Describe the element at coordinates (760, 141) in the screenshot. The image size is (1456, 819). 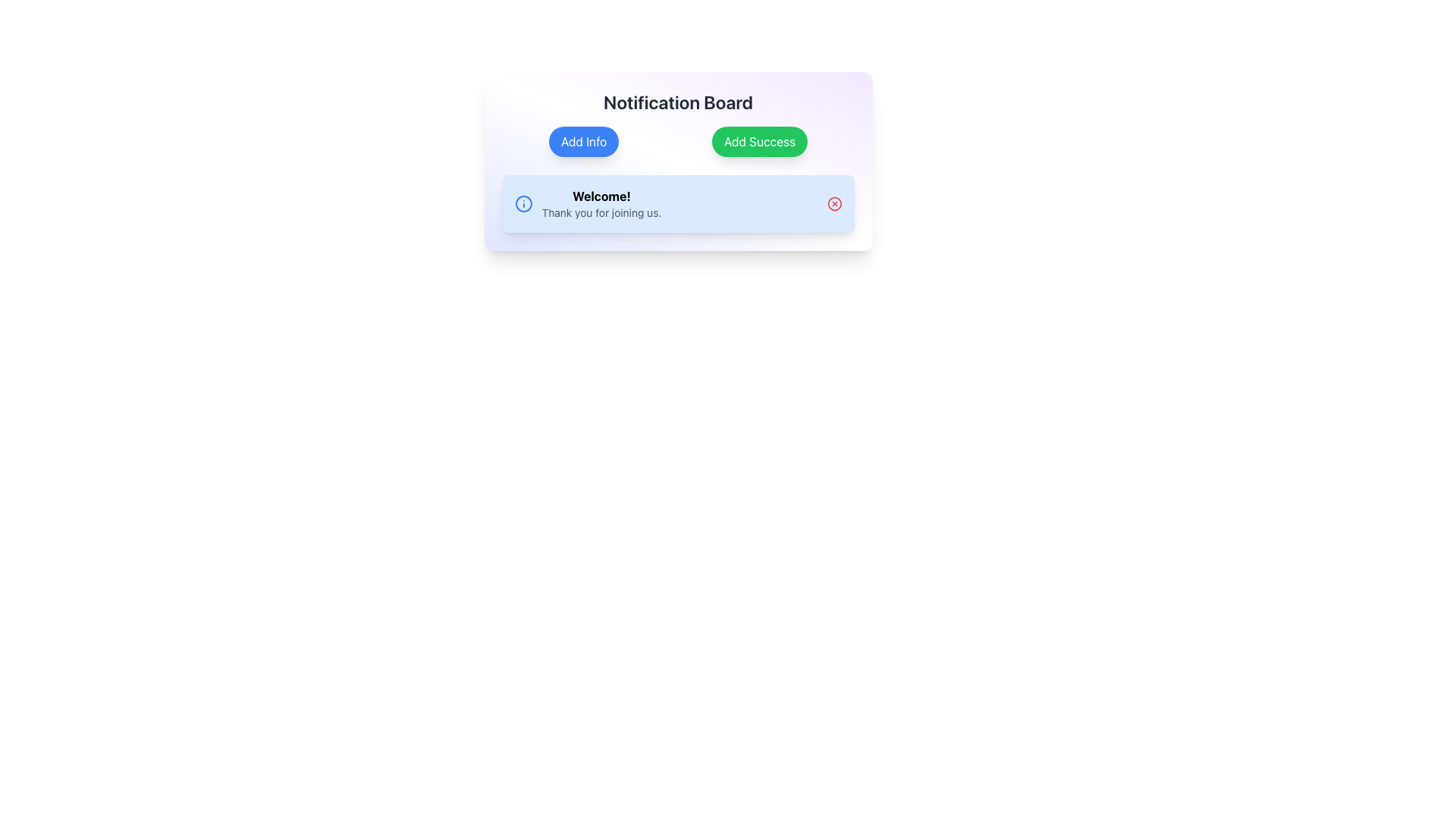
I see `the 'Add Success' button located to the right of the 'Add Info' button in the top-center of the interface` at that location.